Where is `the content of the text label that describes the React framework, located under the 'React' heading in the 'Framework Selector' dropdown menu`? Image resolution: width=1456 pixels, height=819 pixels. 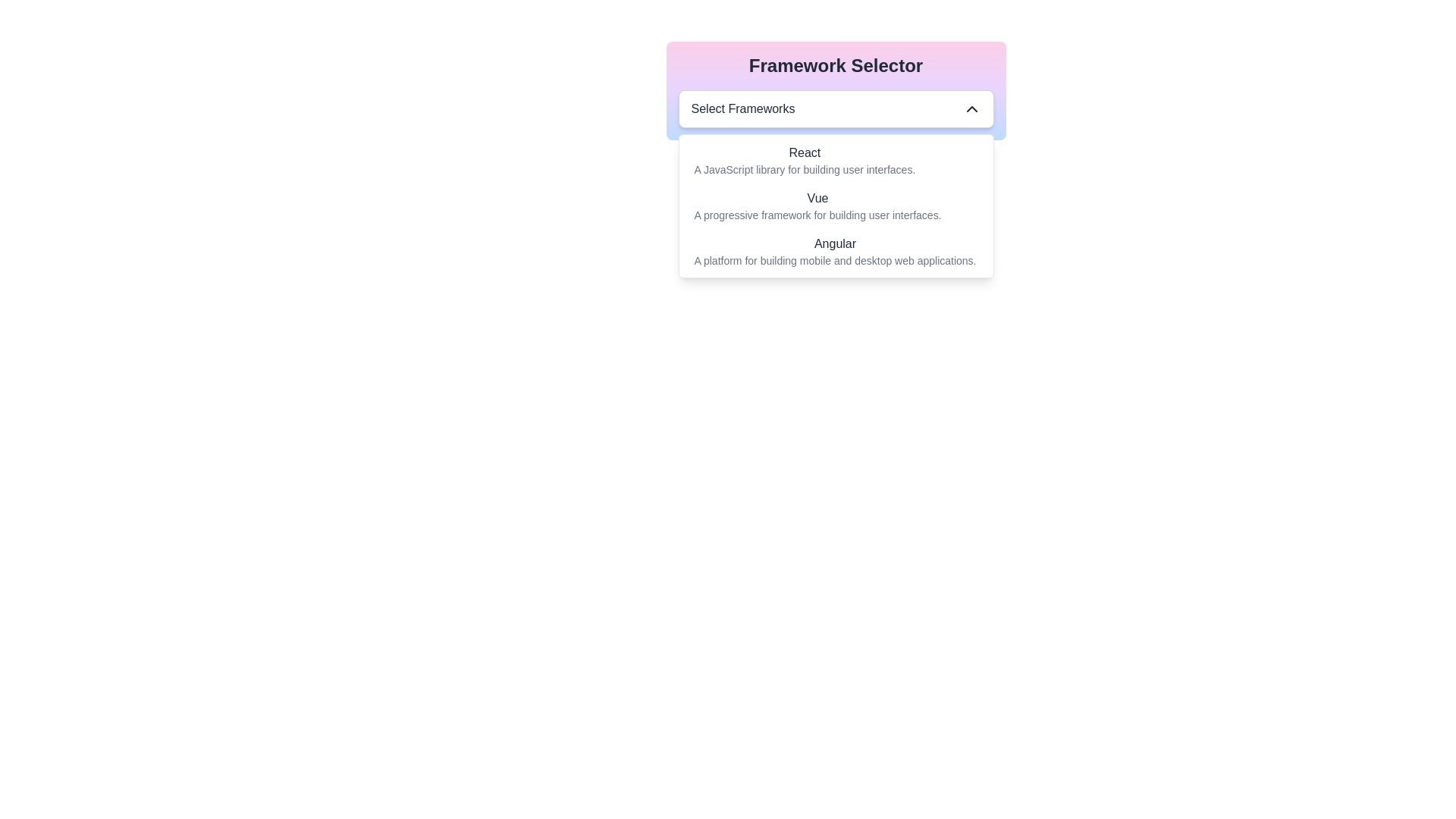
the content of the text label that describes the React framework, located under the 'React' heading in the 'Framework Selector' dropdown menu is located at coordinates (804, 169).